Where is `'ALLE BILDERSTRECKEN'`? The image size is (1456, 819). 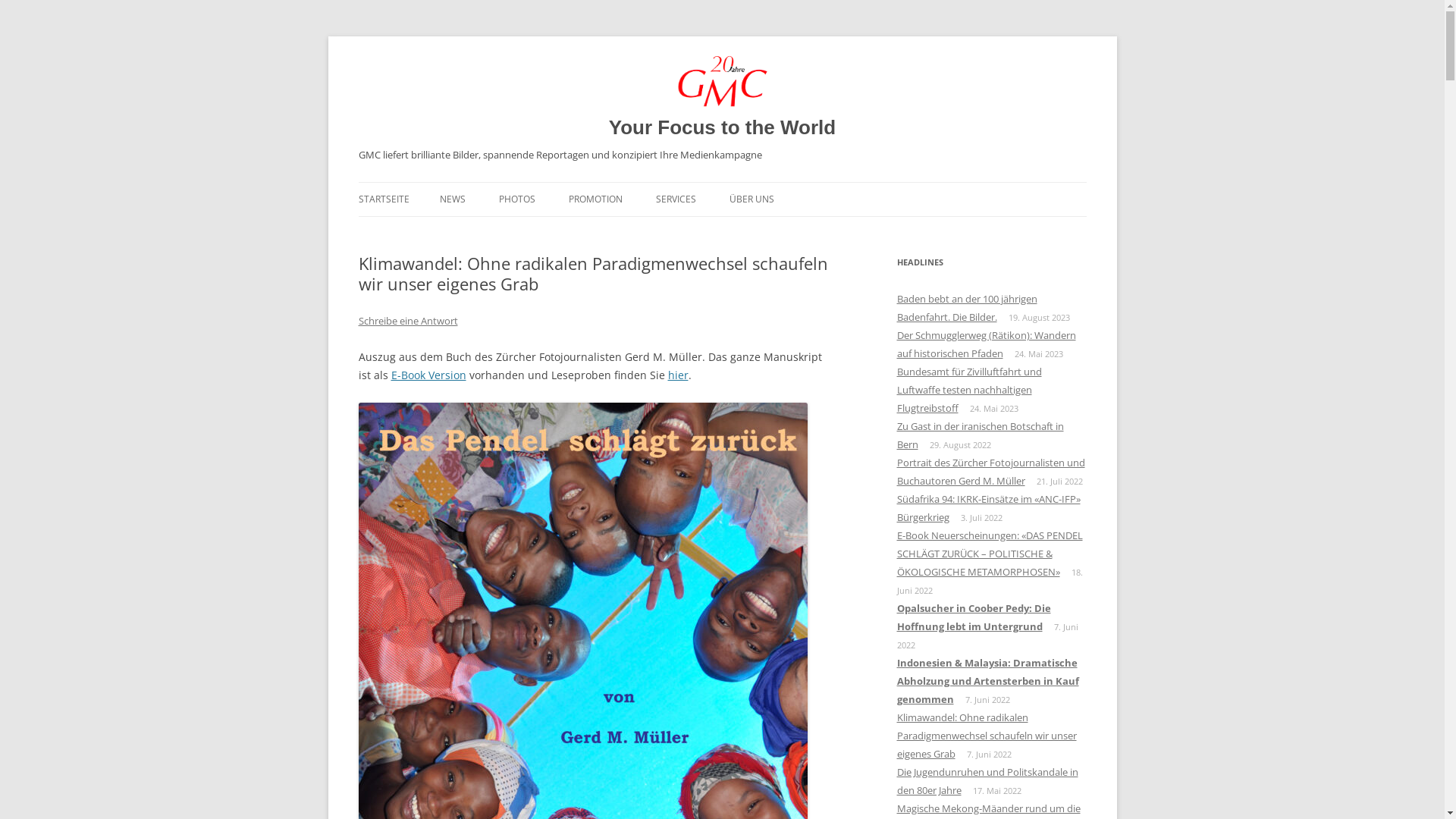
'ALLE BILDERSTRECKEN' is located at coordinates (574, 231).